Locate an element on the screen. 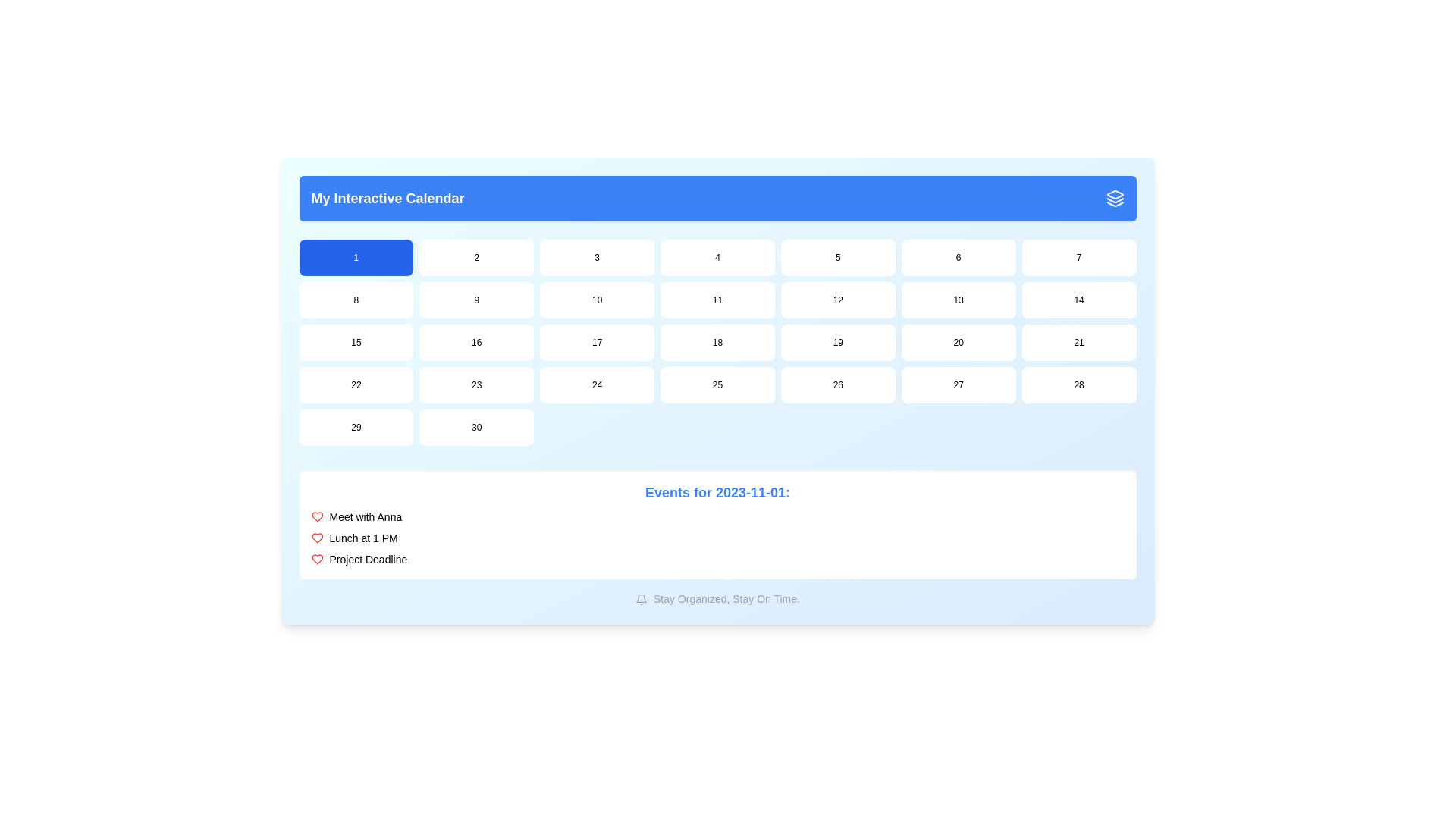 The width and height of the screenshot is (1456, 819). the interactive calendar day button for the date '9' is located at coordinates (475, 300).